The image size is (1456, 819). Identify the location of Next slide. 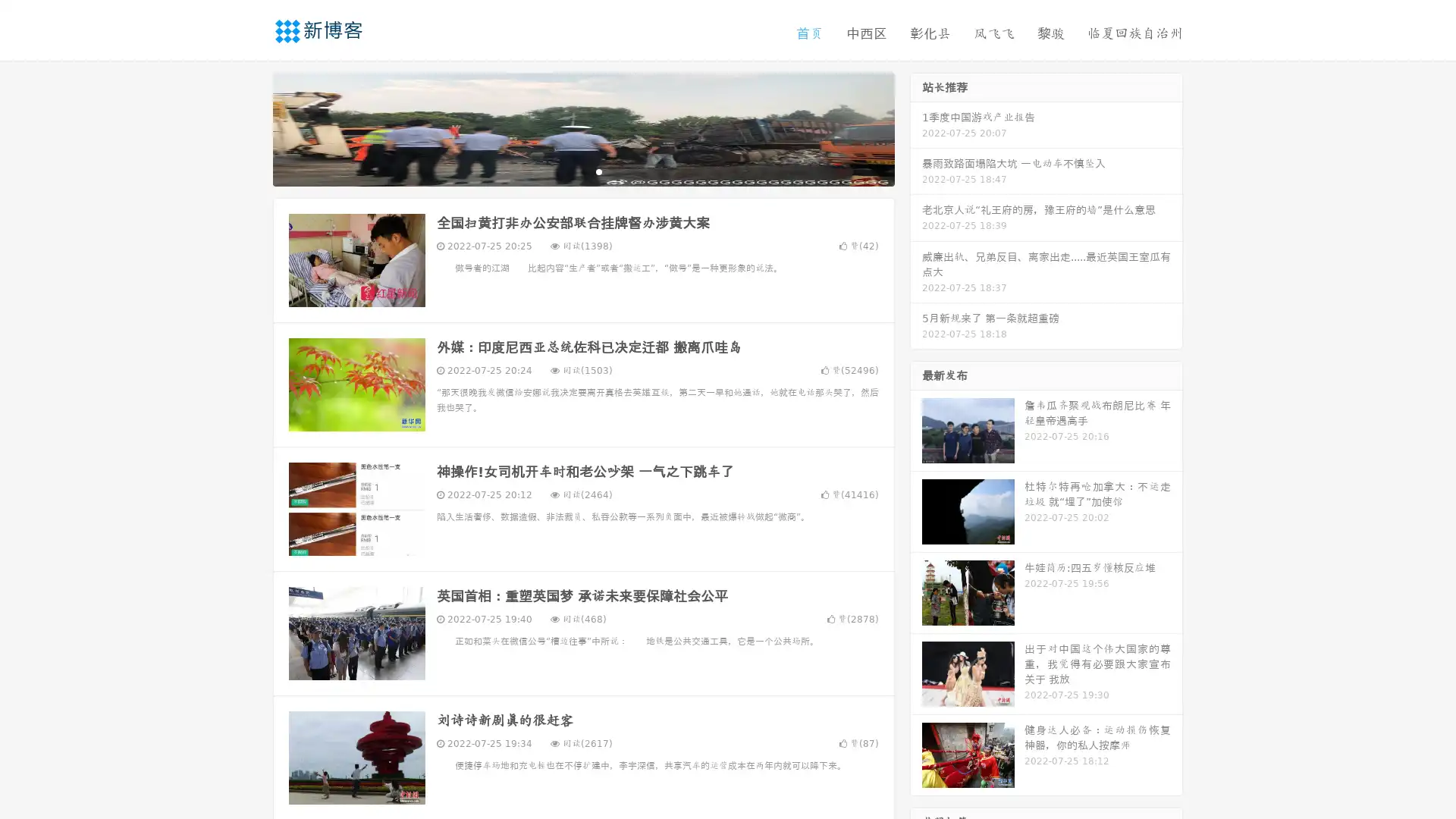
(916, 127).